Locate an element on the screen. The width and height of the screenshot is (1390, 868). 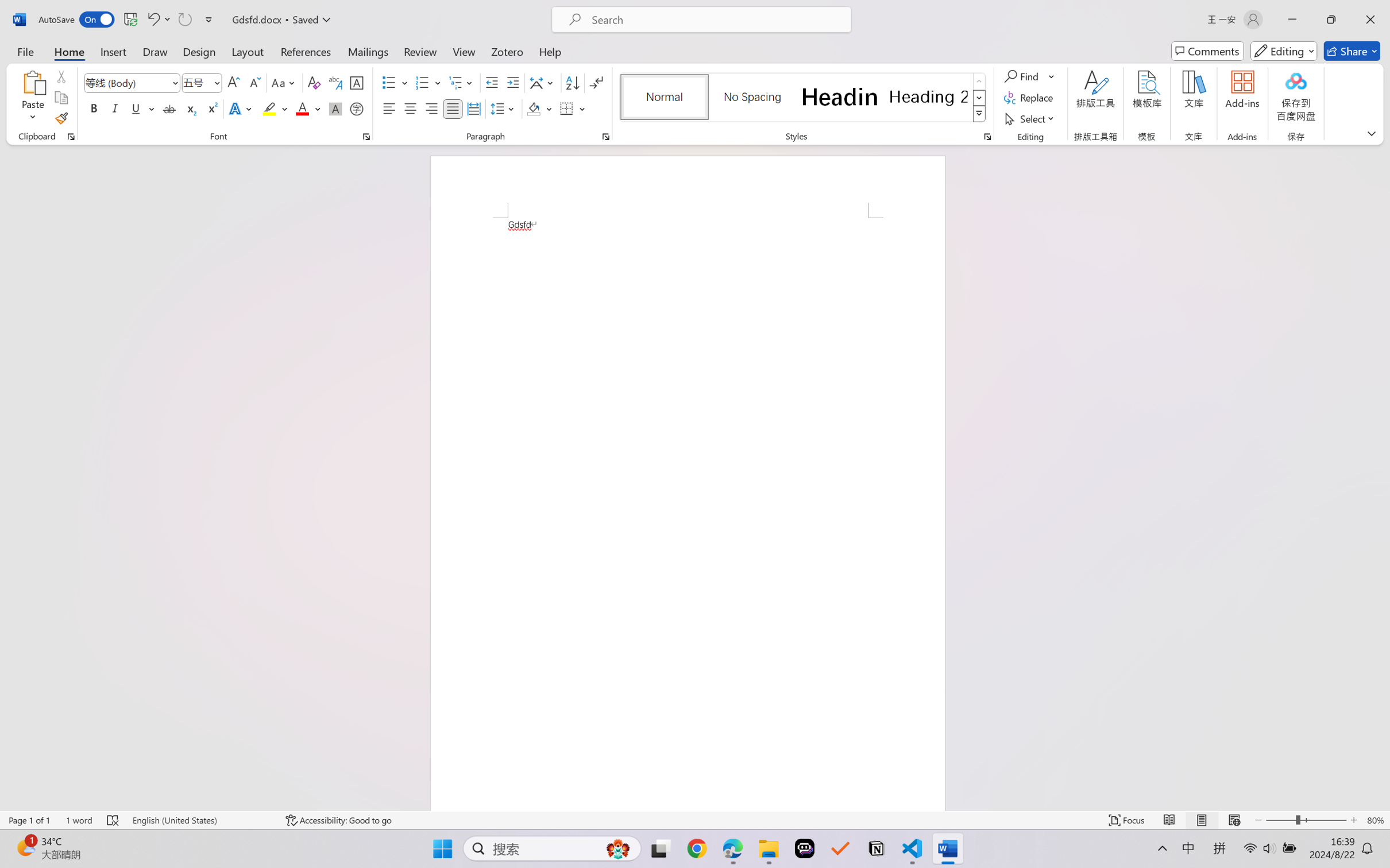
'Zoom 80%' is located at coordinates (1375, 820).